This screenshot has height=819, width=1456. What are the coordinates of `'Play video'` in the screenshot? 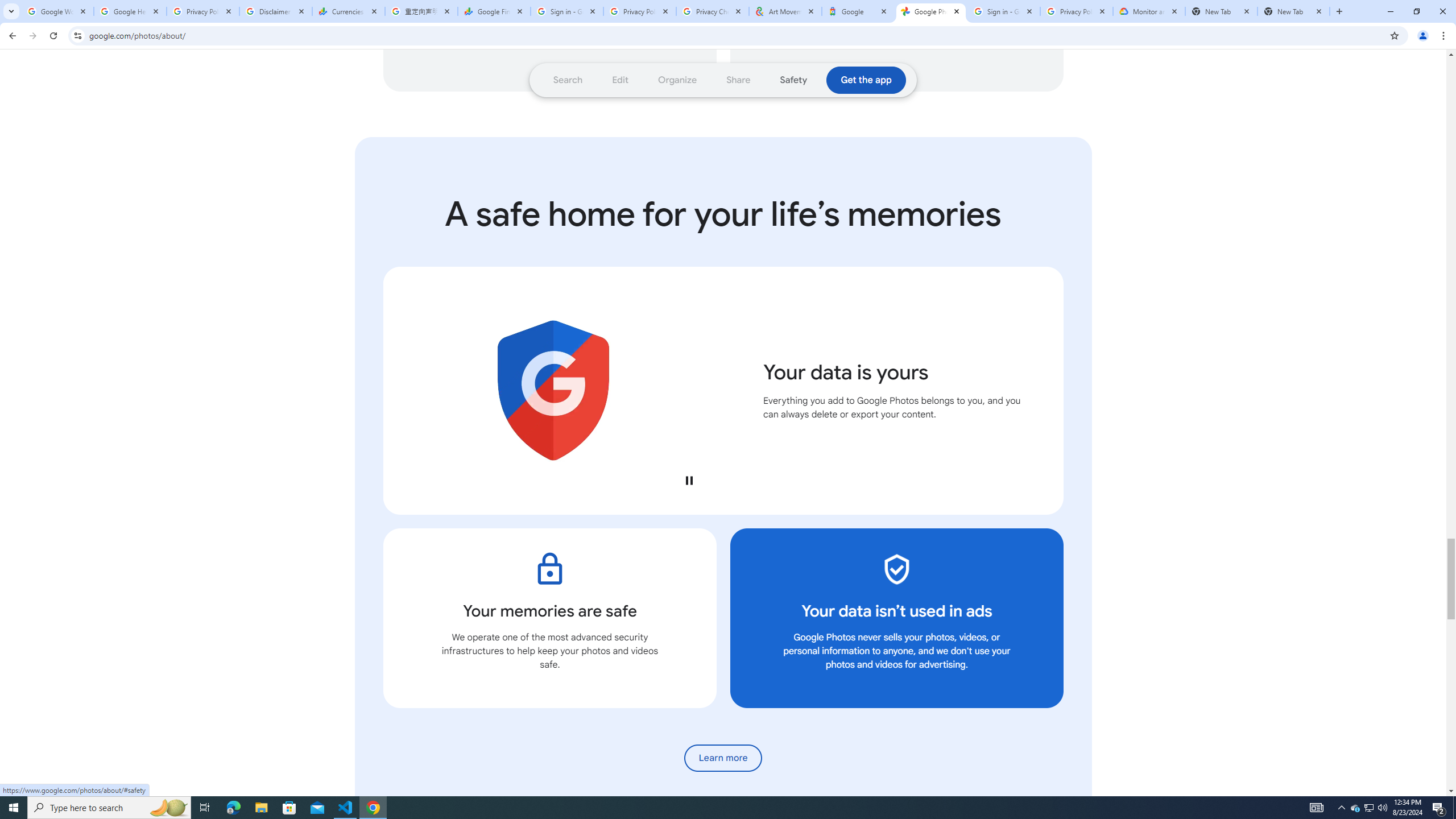 It's located at (688, 479).